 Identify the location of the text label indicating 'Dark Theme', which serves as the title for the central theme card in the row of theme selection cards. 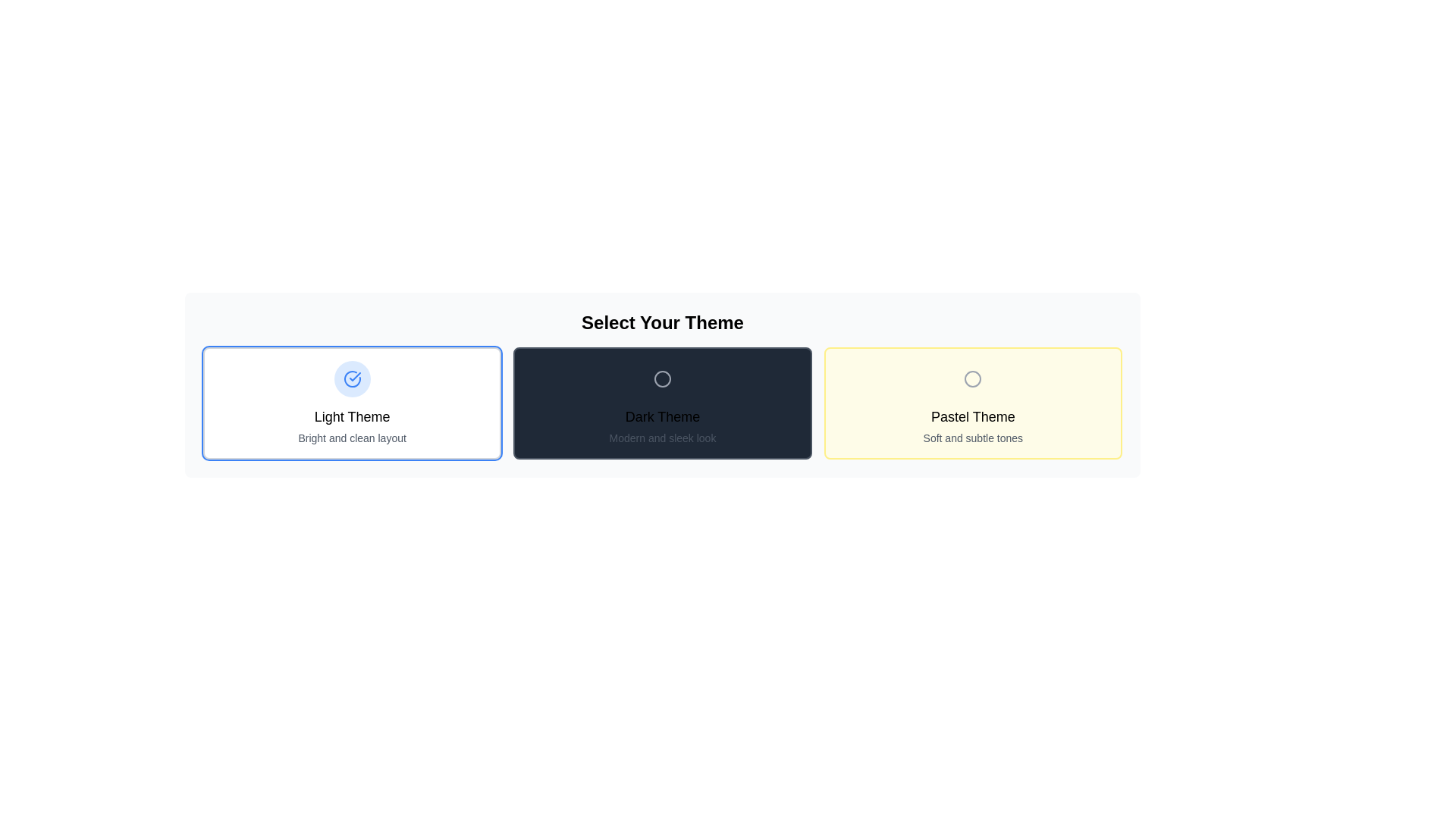
(662, 417).